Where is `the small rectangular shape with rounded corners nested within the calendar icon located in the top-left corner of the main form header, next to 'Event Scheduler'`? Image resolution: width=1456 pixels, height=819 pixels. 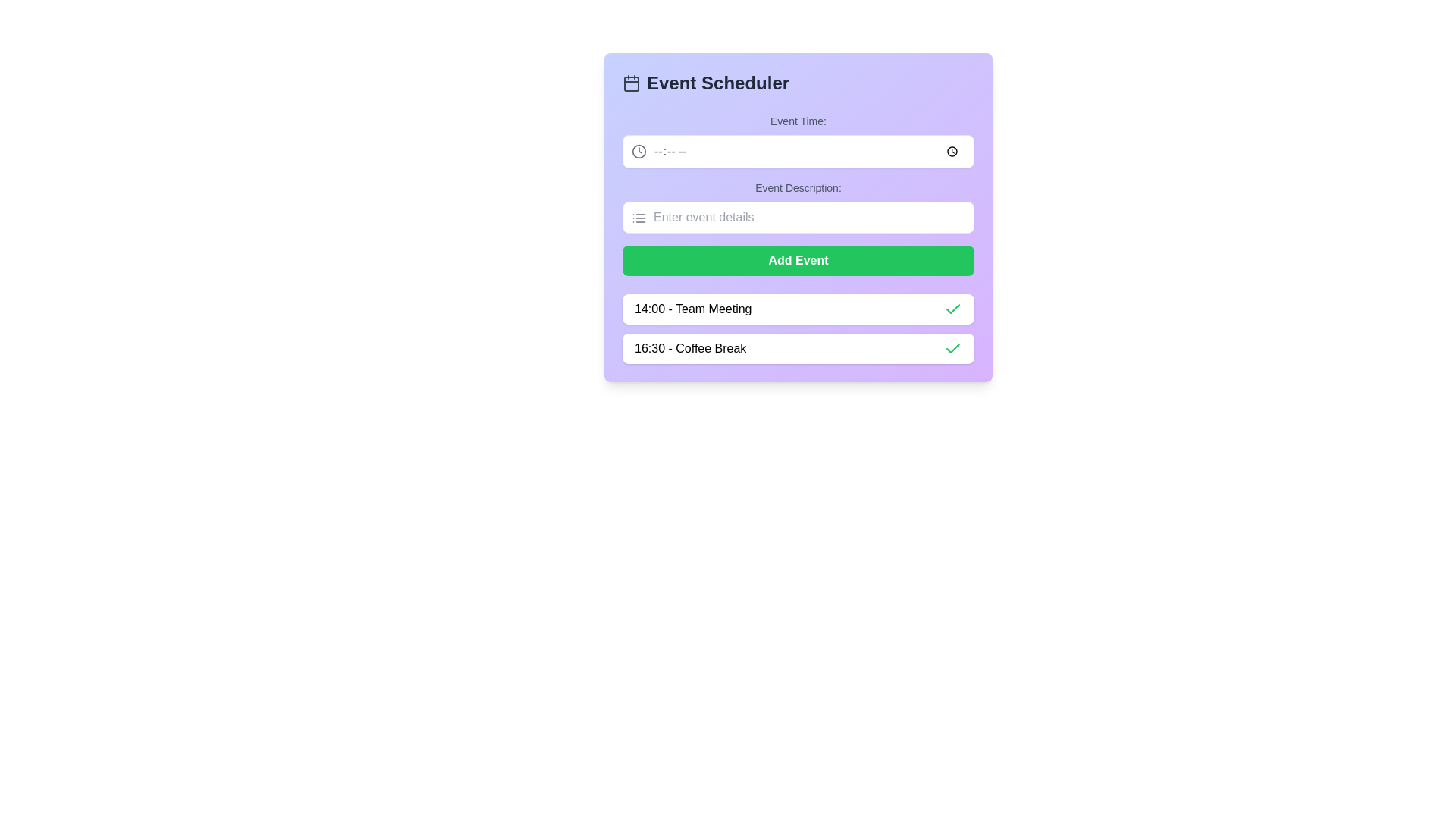 the small rectangular shape with rounded corners nested within the calendar icon located in the top-left corner of the main form header, next to 'Event Scheduler' is located at coordinates (632, 84).